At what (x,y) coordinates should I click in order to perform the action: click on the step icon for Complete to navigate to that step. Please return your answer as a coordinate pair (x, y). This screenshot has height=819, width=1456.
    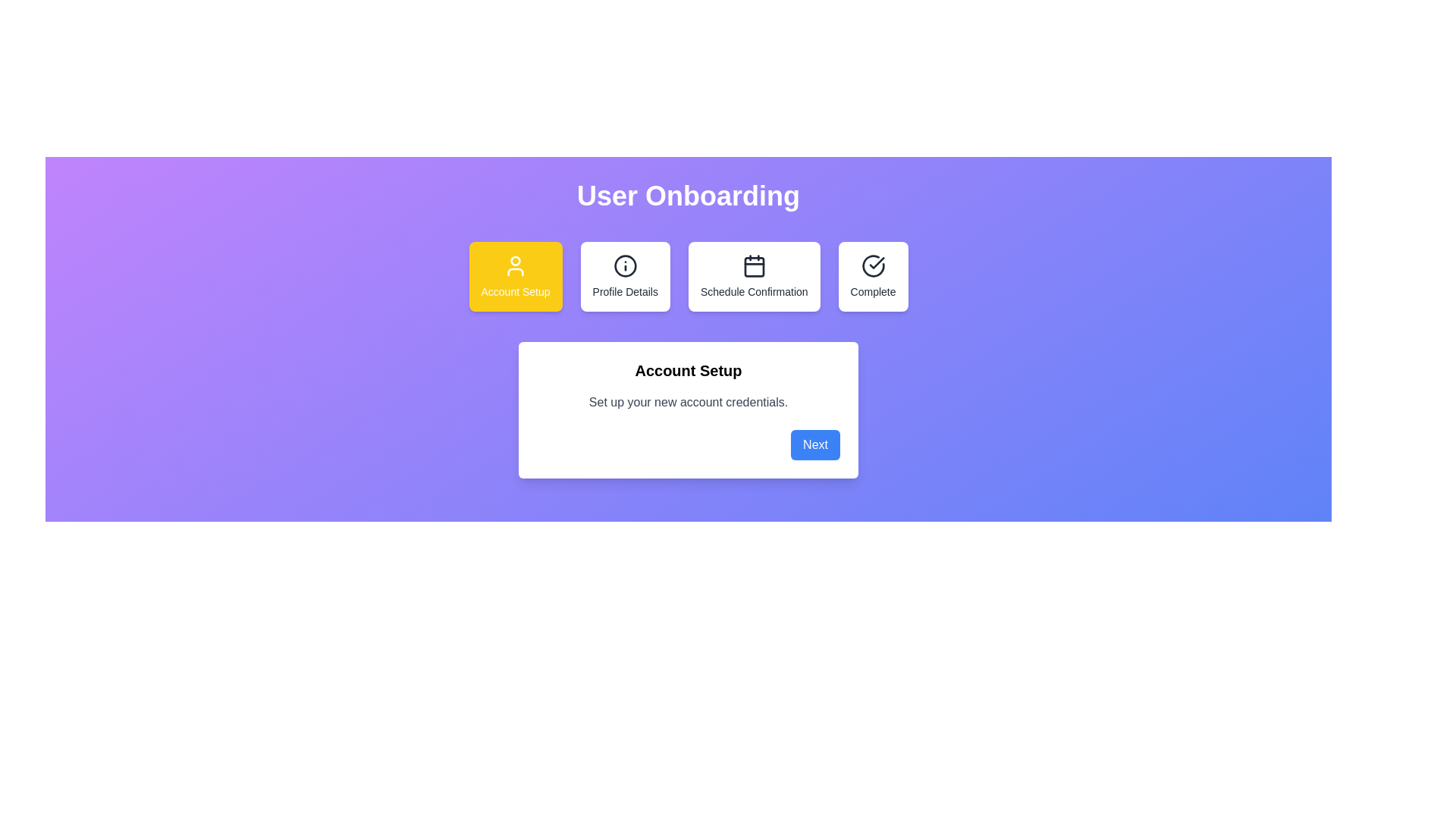
    Looking at the image, I should click on (873, 277).